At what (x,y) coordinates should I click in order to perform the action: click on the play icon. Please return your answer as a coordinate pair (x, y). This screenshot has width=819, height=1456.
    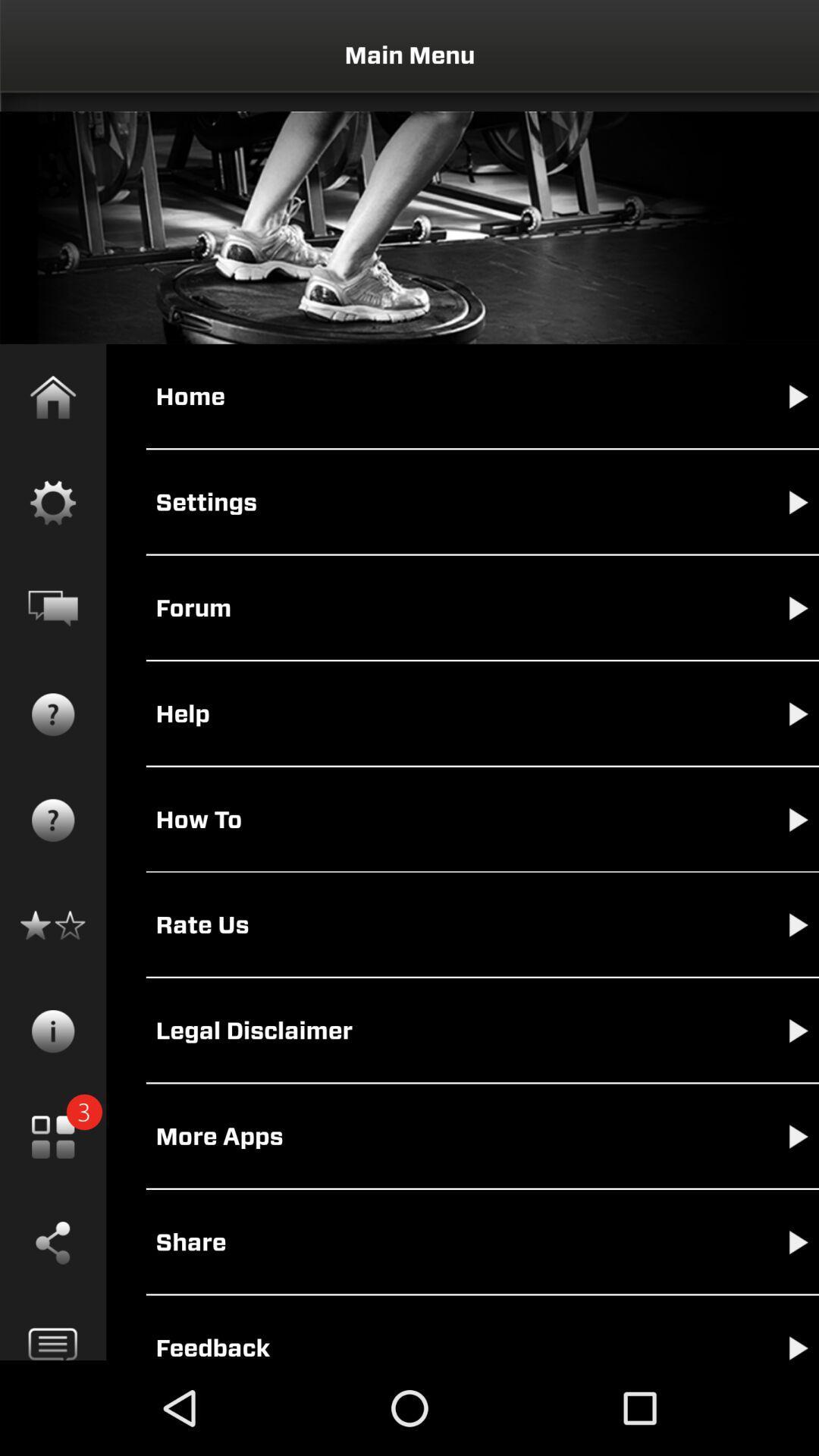
    Looking at the image, I should click on (783, 1264).